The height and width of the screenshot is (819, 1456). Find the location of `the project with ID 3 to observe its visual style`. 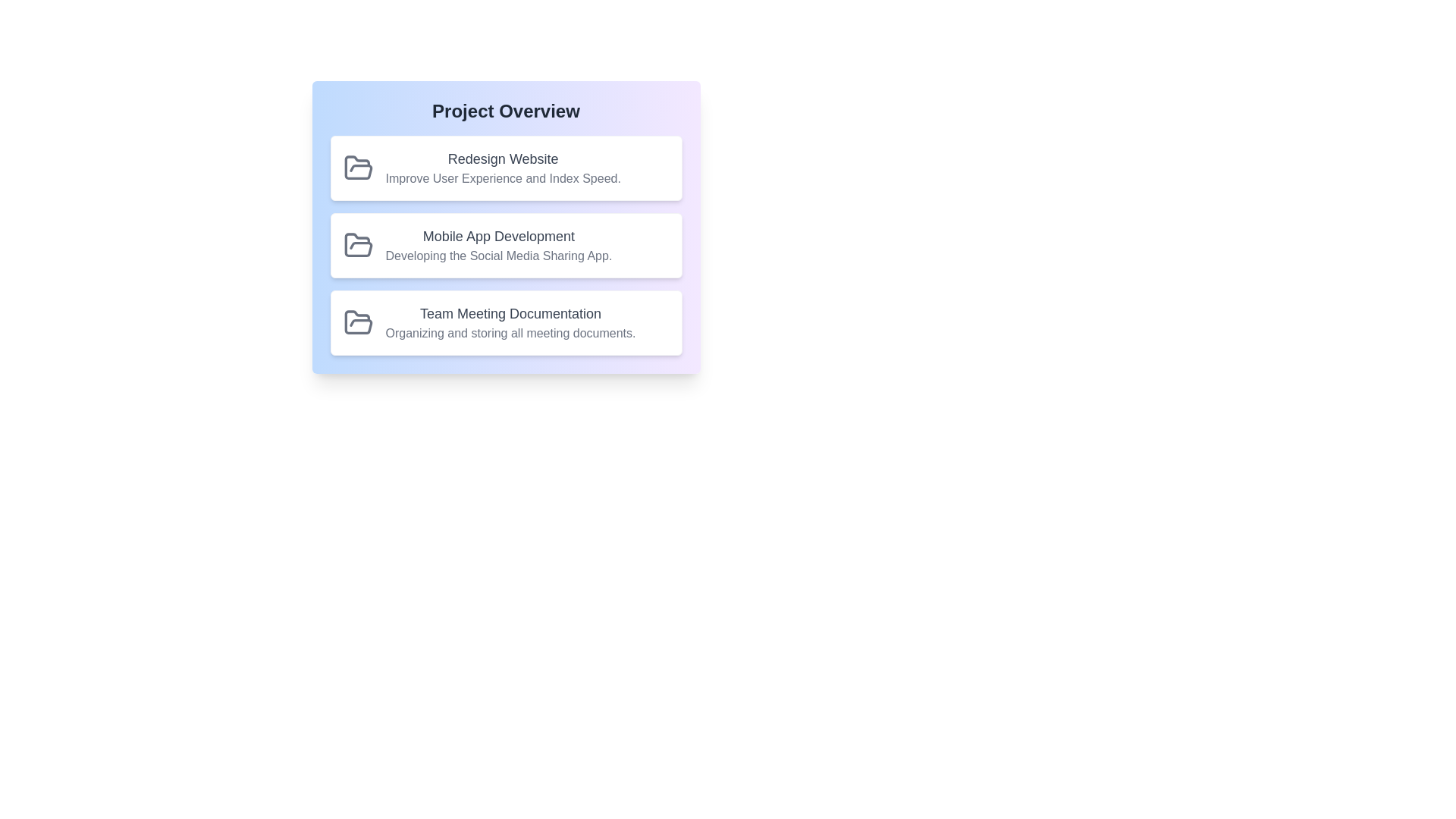

the project with ID 3 to observe its visual style is located at coordinates (506, 322).